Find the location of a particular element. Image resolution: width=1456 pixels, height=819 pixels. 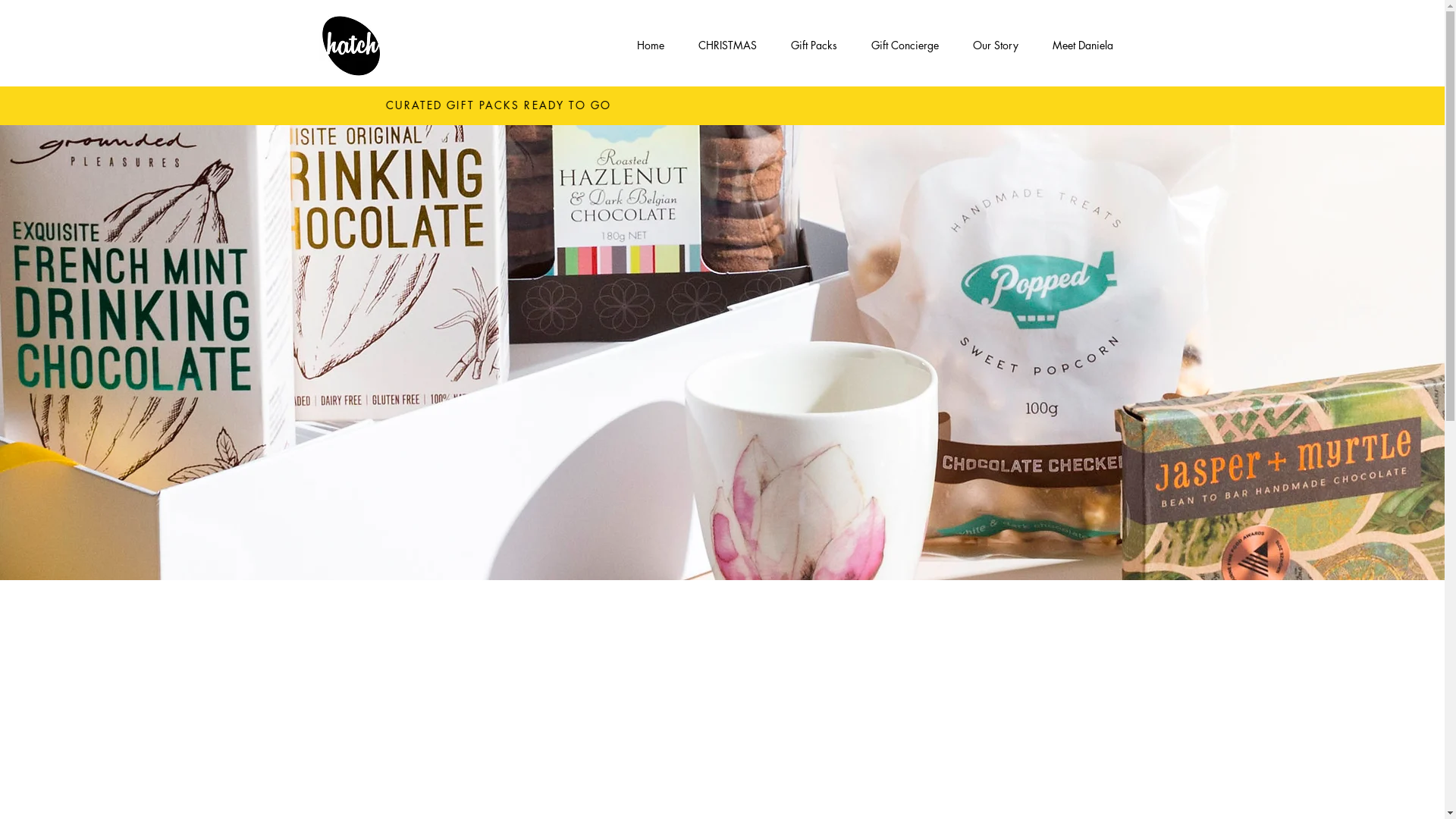

'Gift Packs' is located at coordinates (813, 45).